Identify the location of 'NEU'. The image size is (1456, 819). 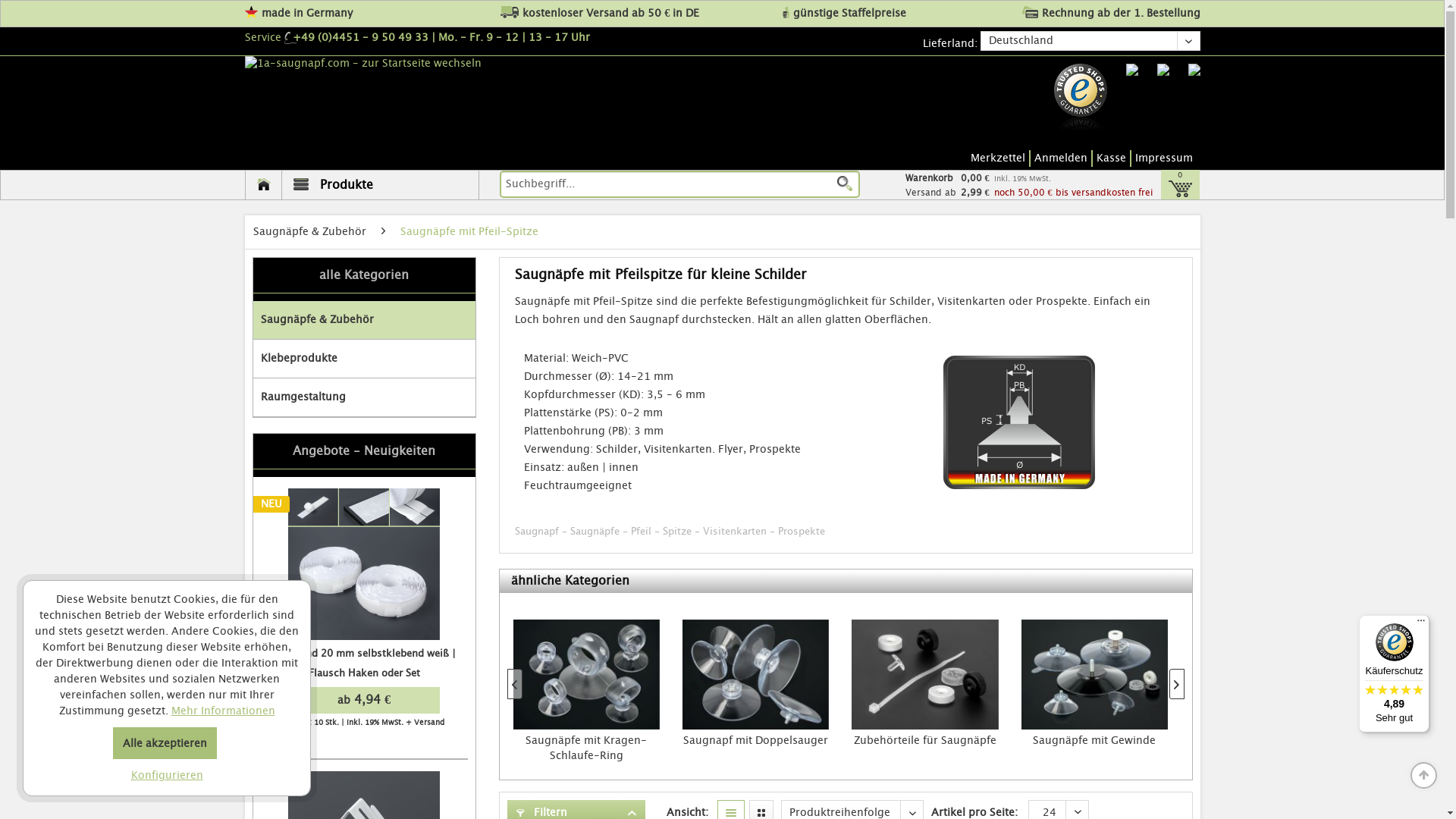
(364, 564).